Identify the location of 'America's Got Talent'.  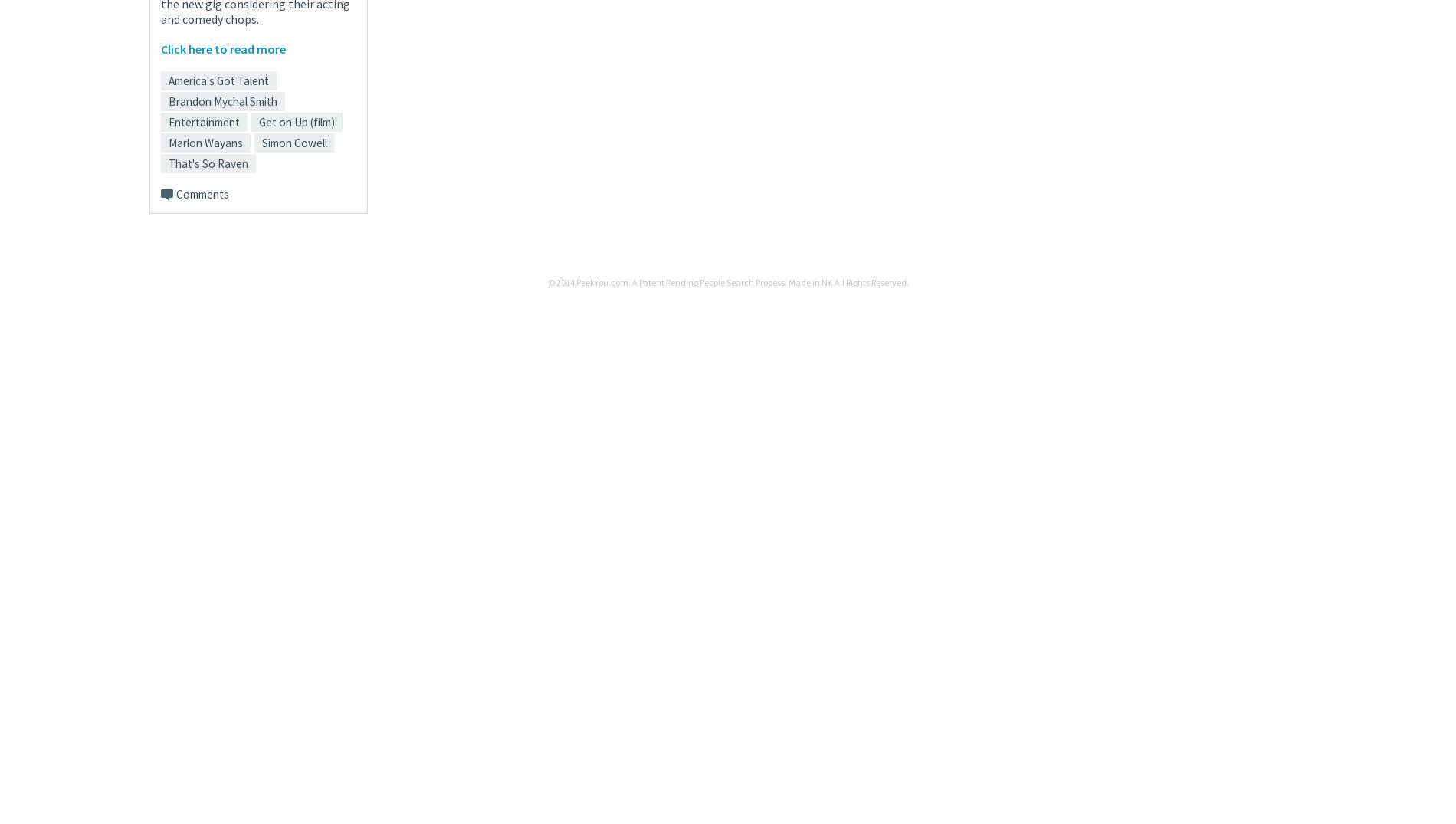
(218, 80).